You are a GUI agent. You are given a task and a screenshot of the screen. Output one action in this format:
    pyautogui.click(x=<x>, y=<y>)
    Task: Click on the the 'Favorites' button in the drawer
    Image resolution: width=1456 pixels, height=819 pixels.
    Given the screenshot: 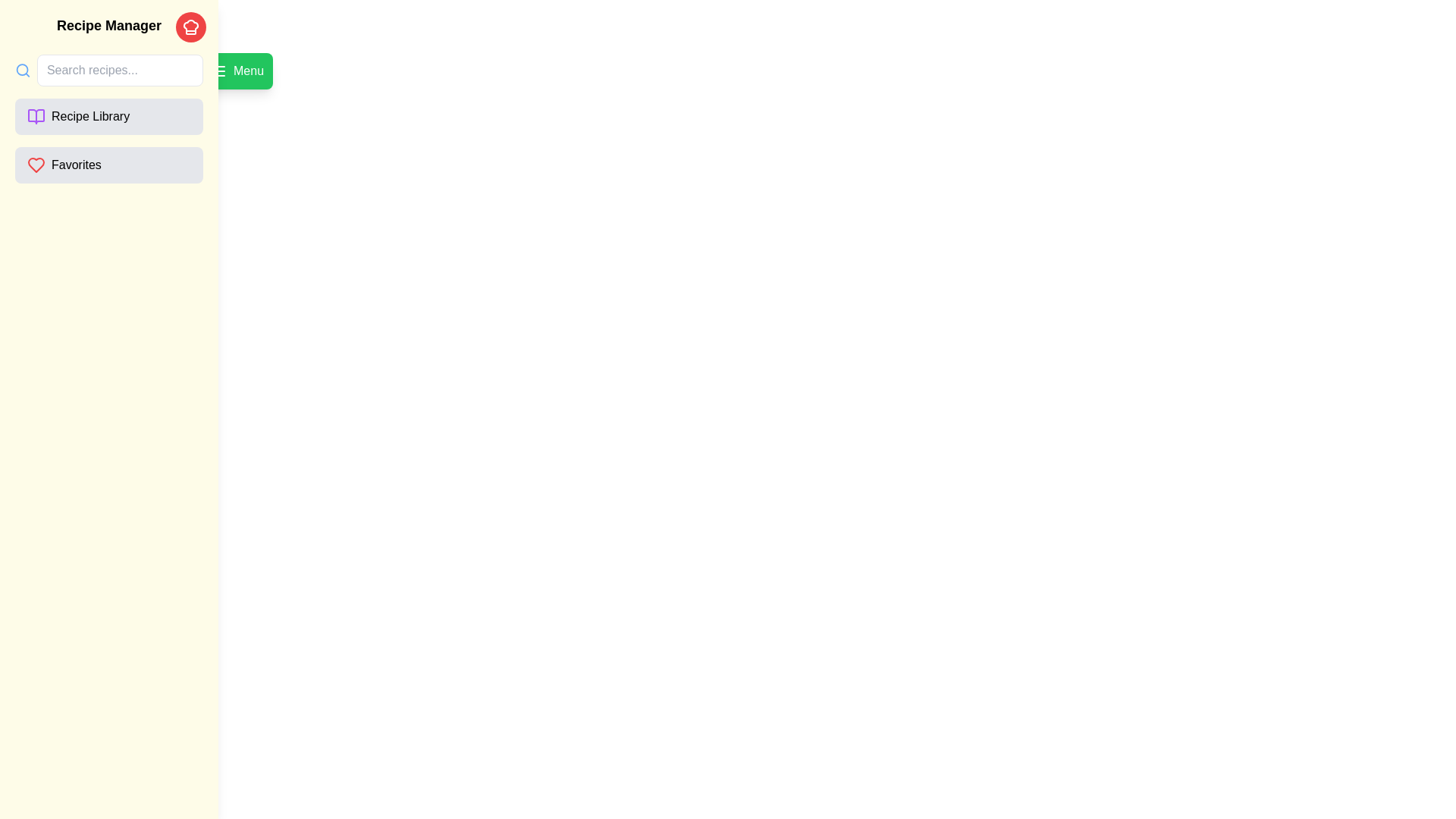 What is the action you would take?
    pyautogui.click(x=108, y=165)
    